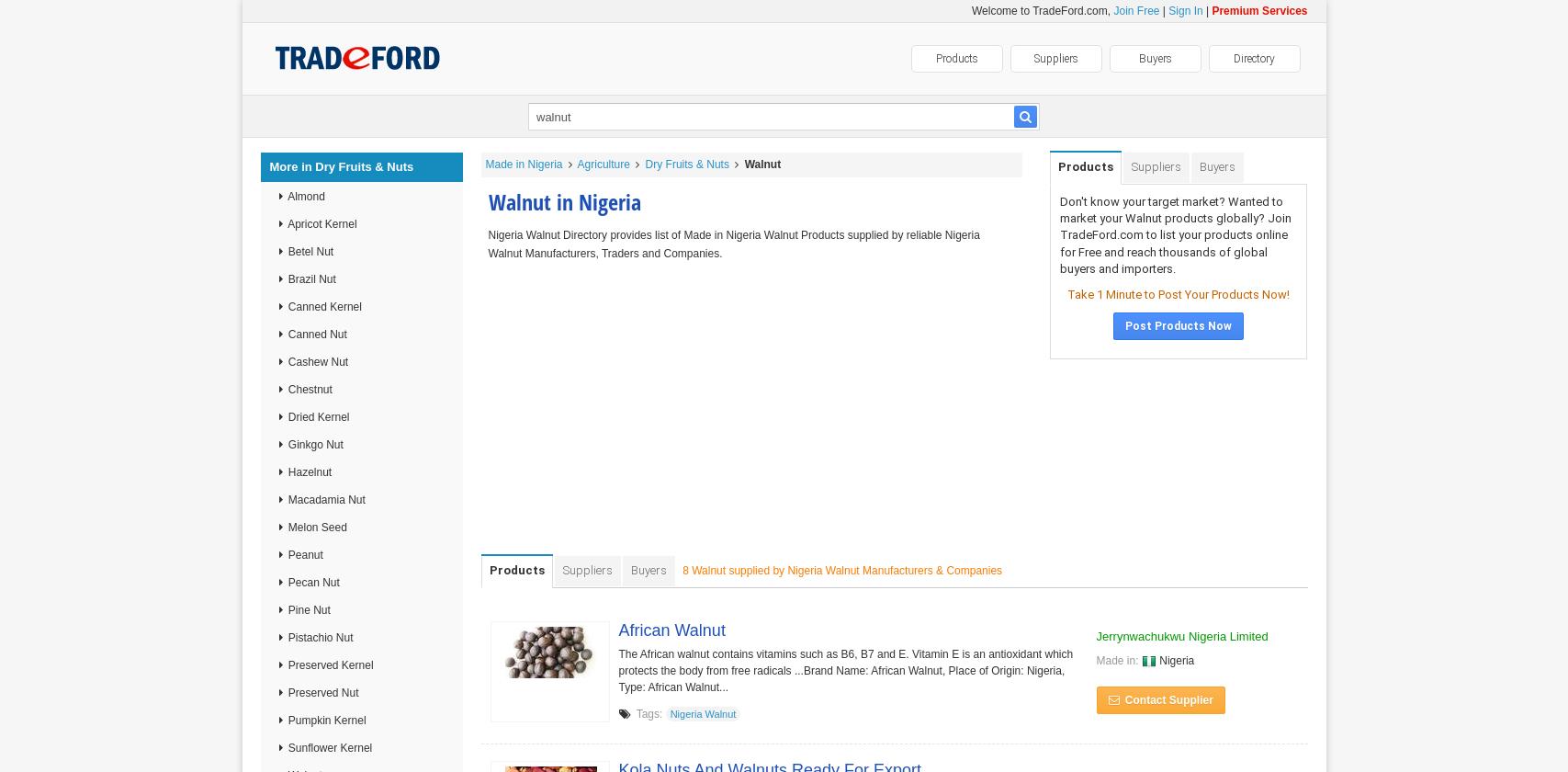 The height and width of the screenshot is (772, 1568). What do you see at coordinates (1258, 11) in the screenshot?
I see `'Premium Services'` at bounding box center [1258, 11].